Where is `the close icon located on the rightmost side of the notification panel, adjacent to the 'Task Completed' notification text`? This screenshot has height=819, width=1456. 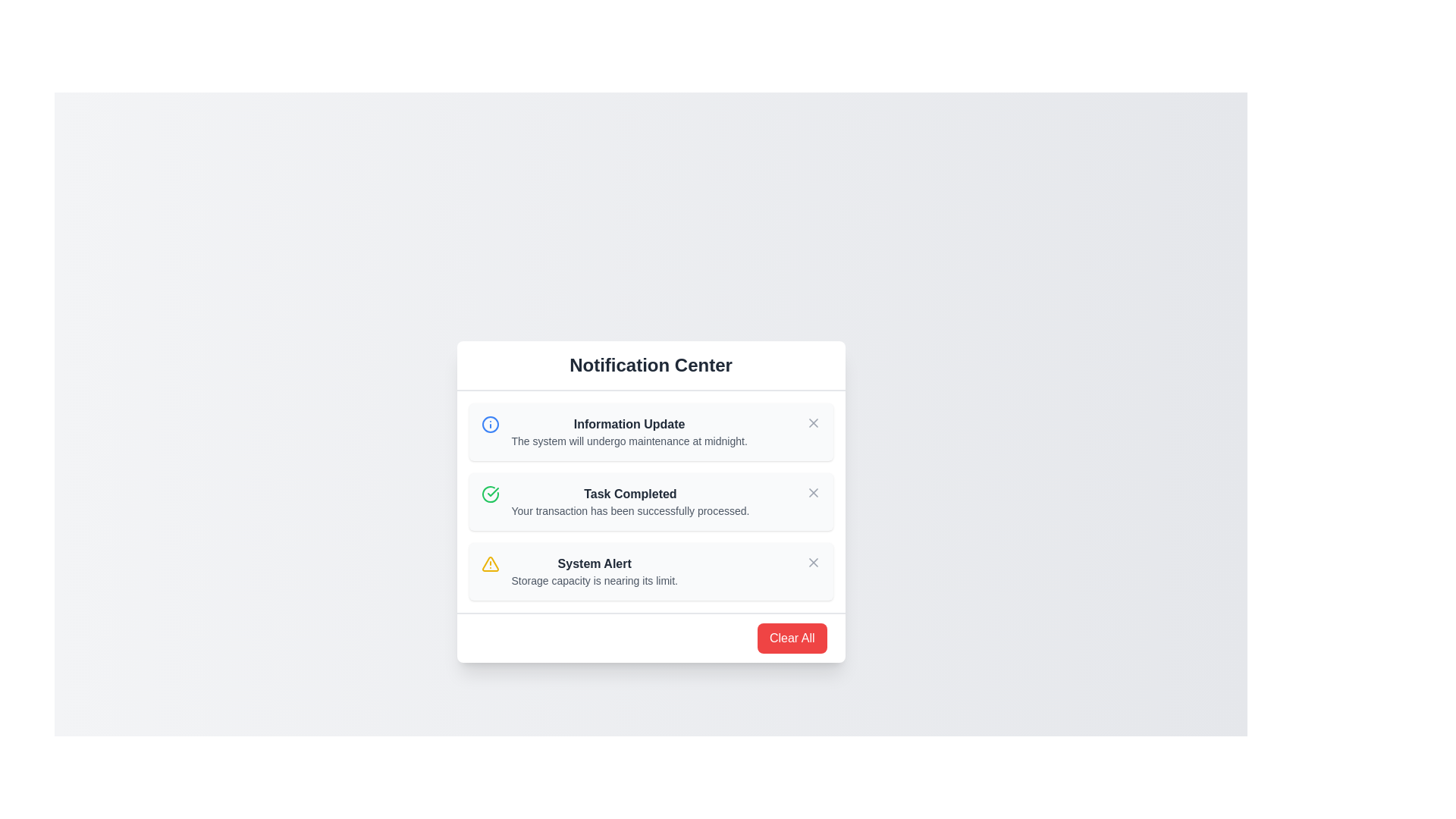 the close icon located on the rightmost side of the notification panel, adjacent to the 'Task Completed' notification text is located at coordinates (812, 493).